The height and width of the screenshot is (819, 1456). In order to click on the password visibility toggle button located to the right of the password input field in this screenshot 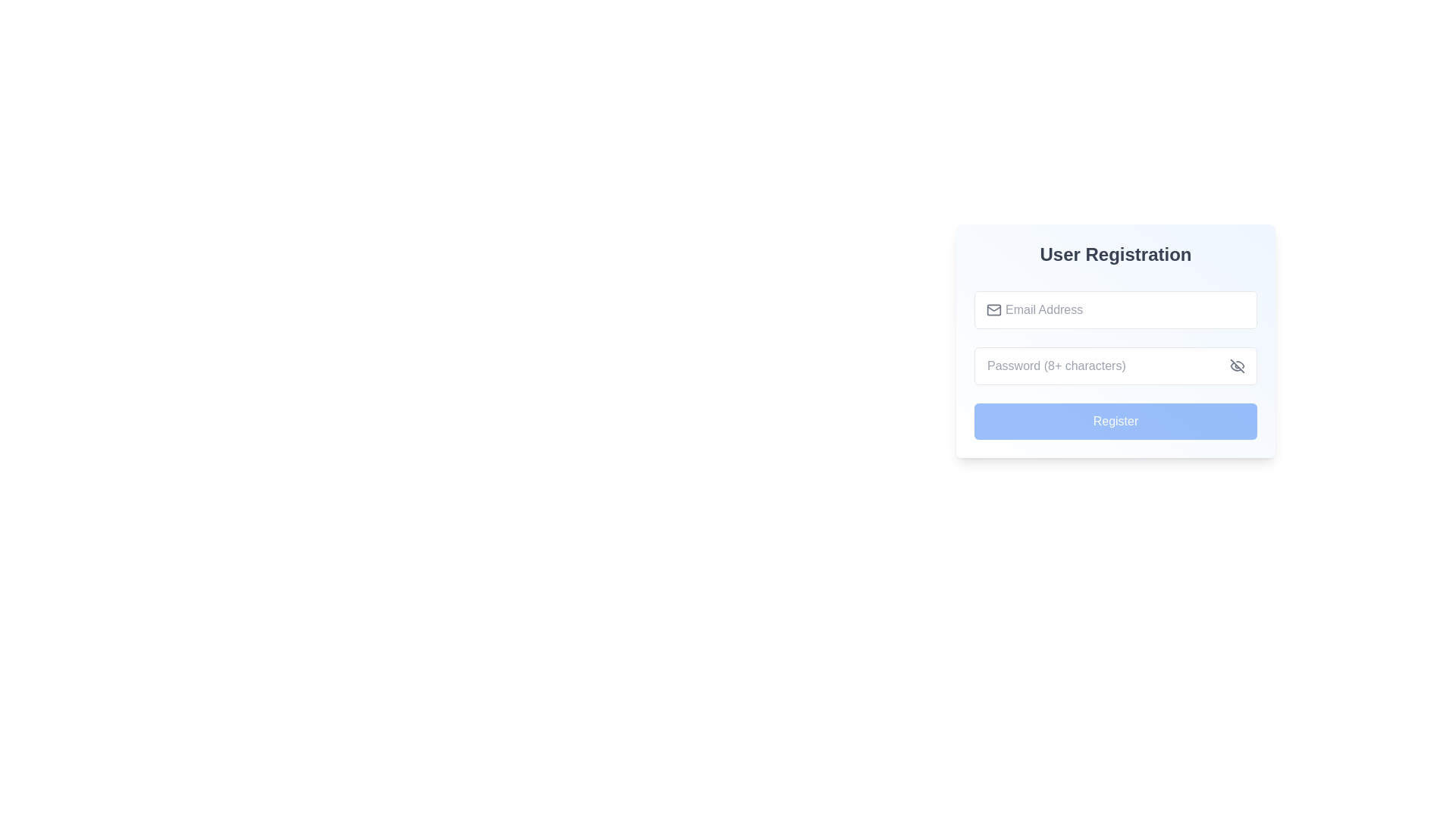, I will do `click(1238, 366)`.